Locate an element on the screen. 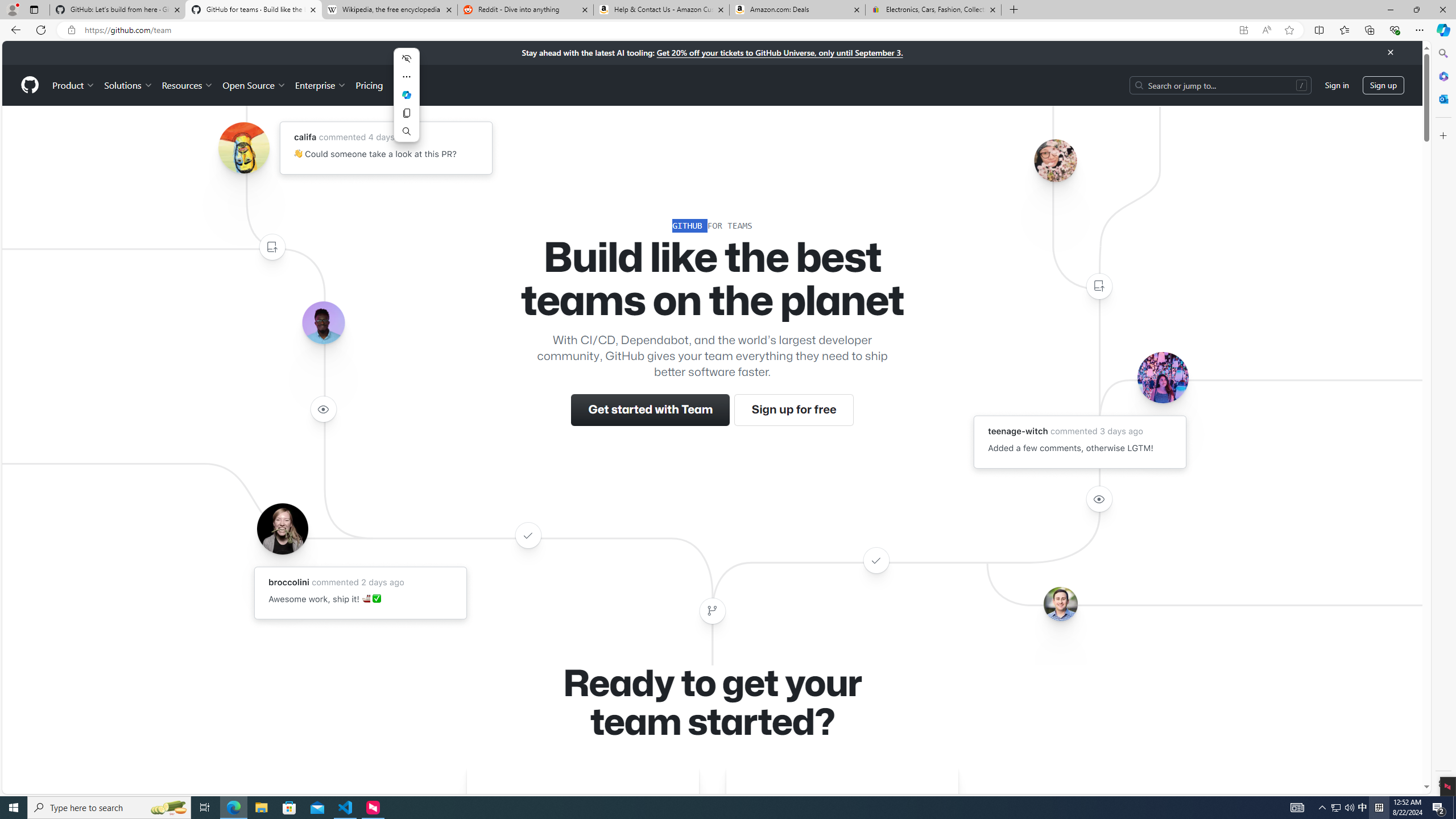 The width and height of the screenshot is (1456, 819). 'Product' is located at coordinates (74, 85).